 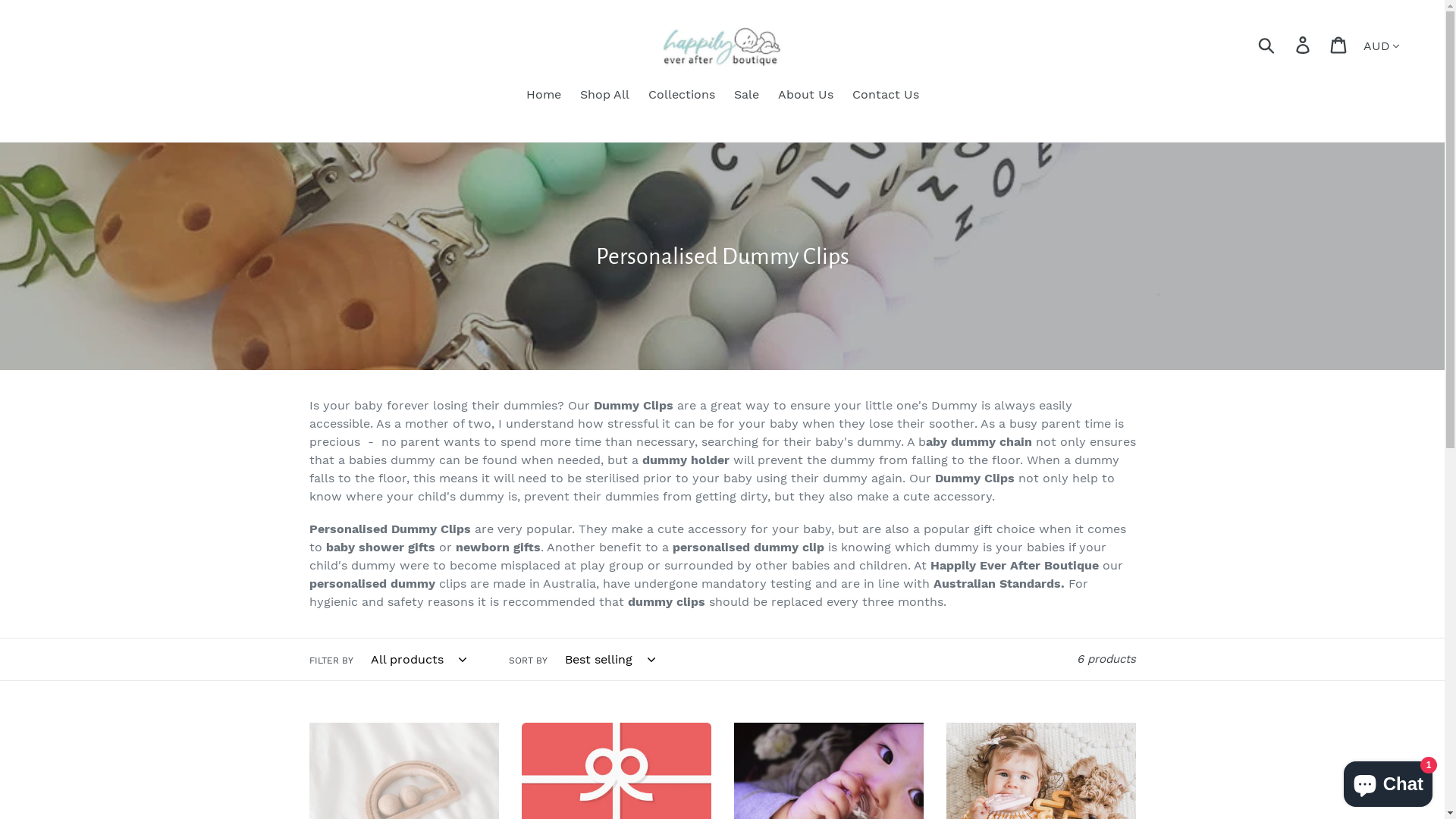 What do you see at coordinates (885, 96) in the screenshot?
I see `'Contact Us'` at bounding box center [885, 96].